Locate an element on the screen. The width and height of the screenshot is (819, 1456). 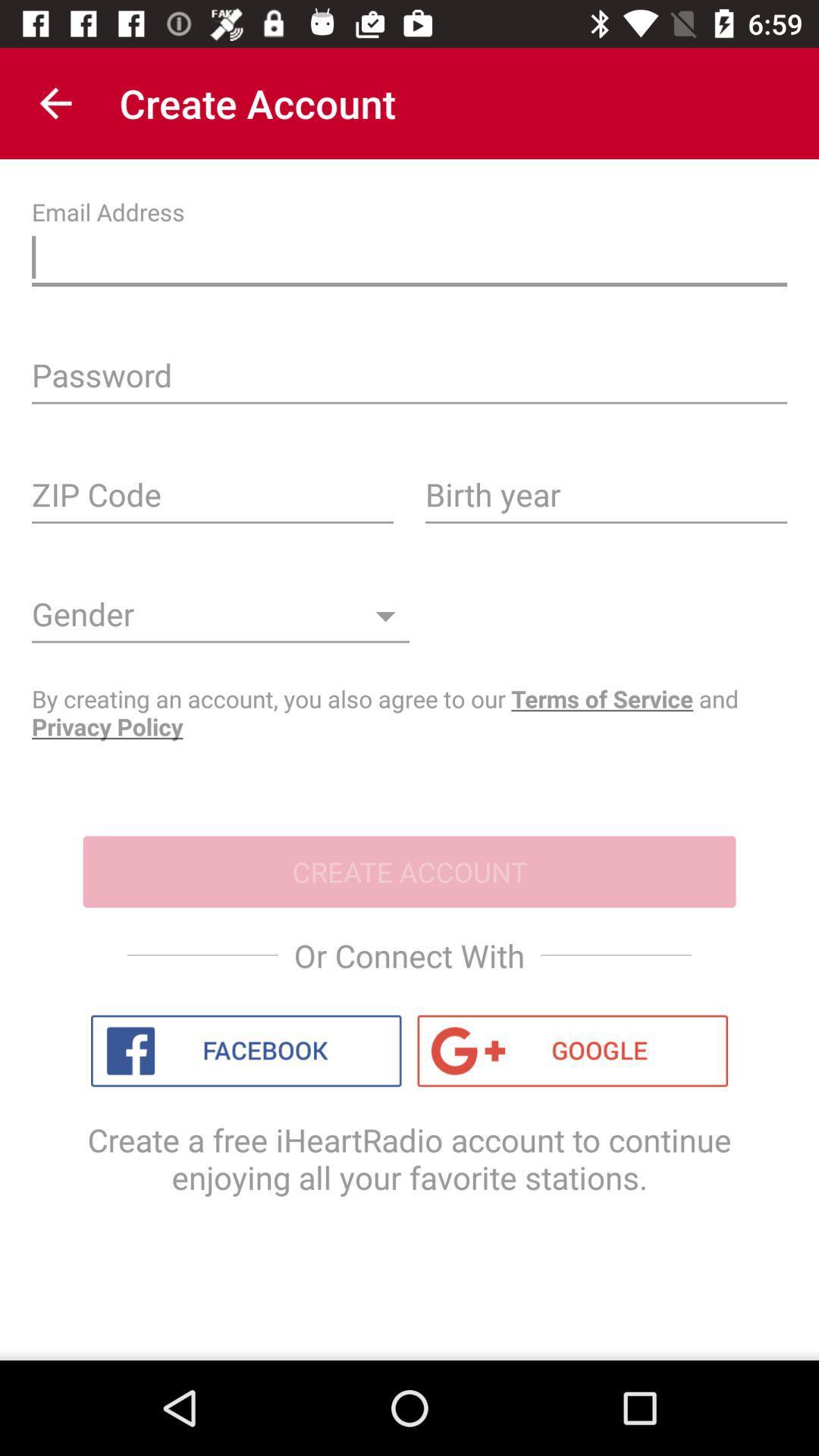
zip code is located at coordinates (212, 500).